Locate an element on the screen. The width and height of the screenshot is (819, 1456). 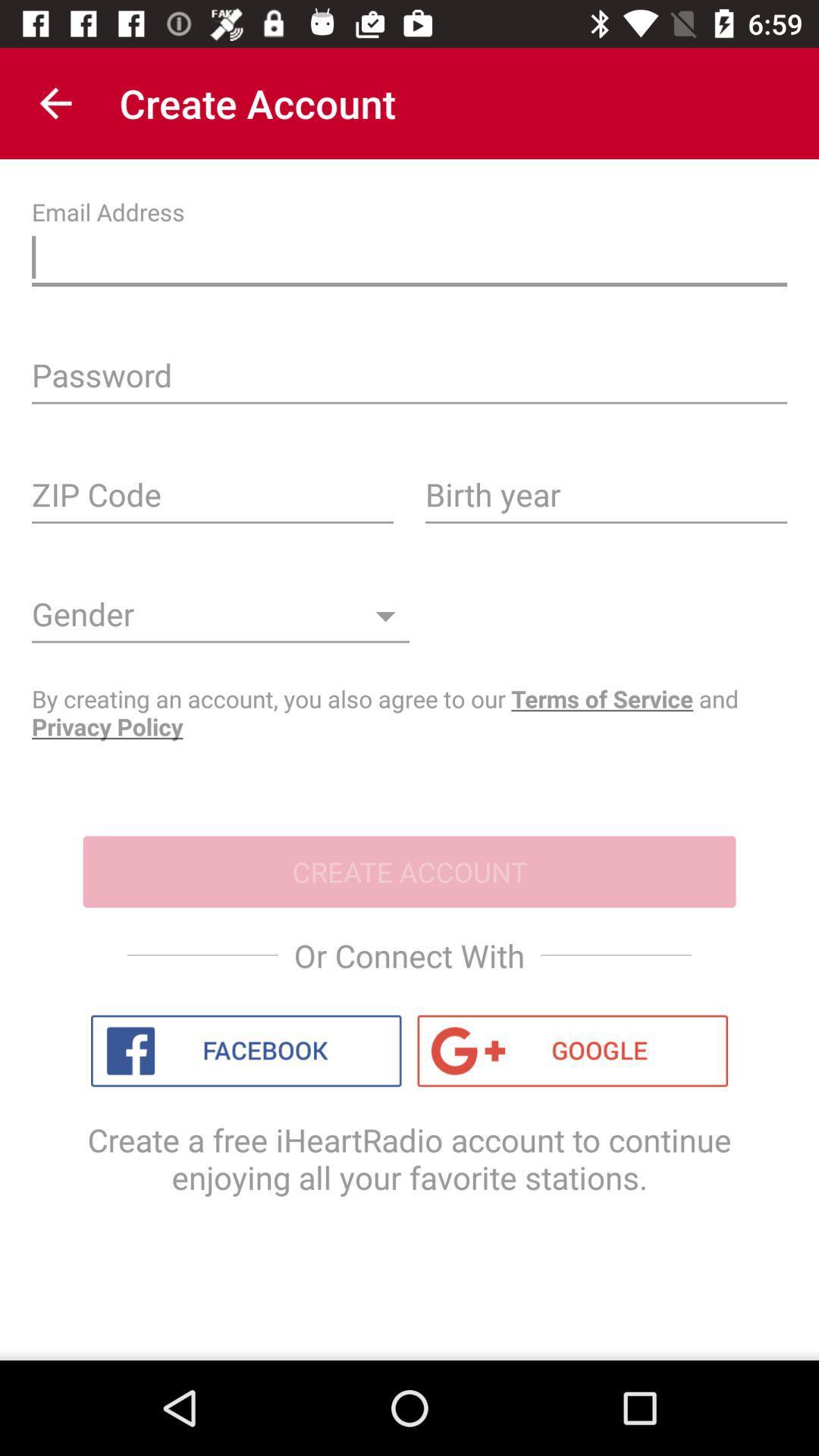
zip code is located at coordinates (212, 500).